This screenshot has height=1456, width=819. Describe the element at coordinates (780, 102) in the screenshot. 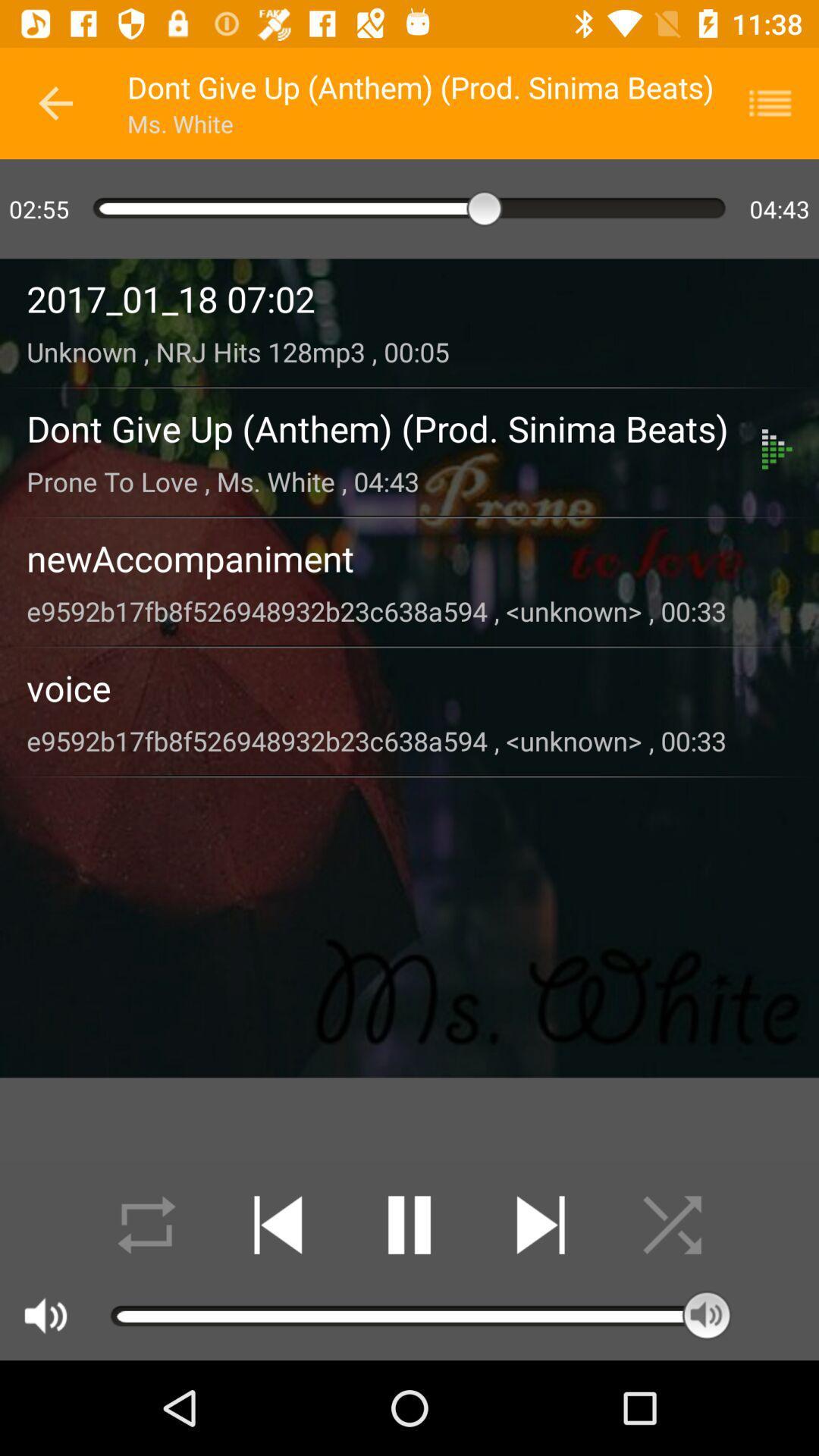

I see `more options` at that location.